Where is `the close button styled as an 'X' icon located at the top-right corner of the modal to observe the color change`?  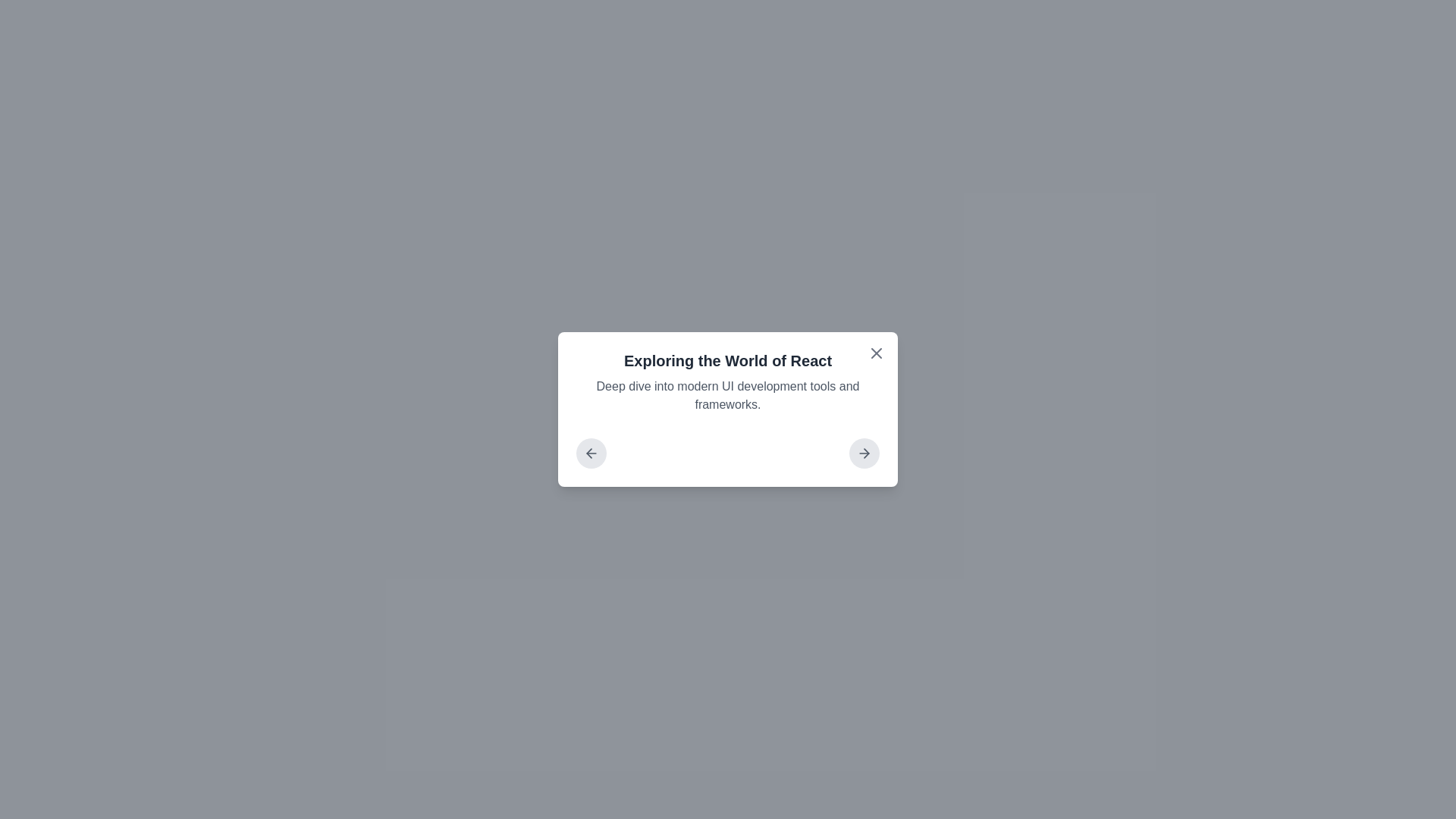 the close button styled as an 'X' icon located at the top-right corner of the modal to observe the color change is located at coordinates (877, 353).